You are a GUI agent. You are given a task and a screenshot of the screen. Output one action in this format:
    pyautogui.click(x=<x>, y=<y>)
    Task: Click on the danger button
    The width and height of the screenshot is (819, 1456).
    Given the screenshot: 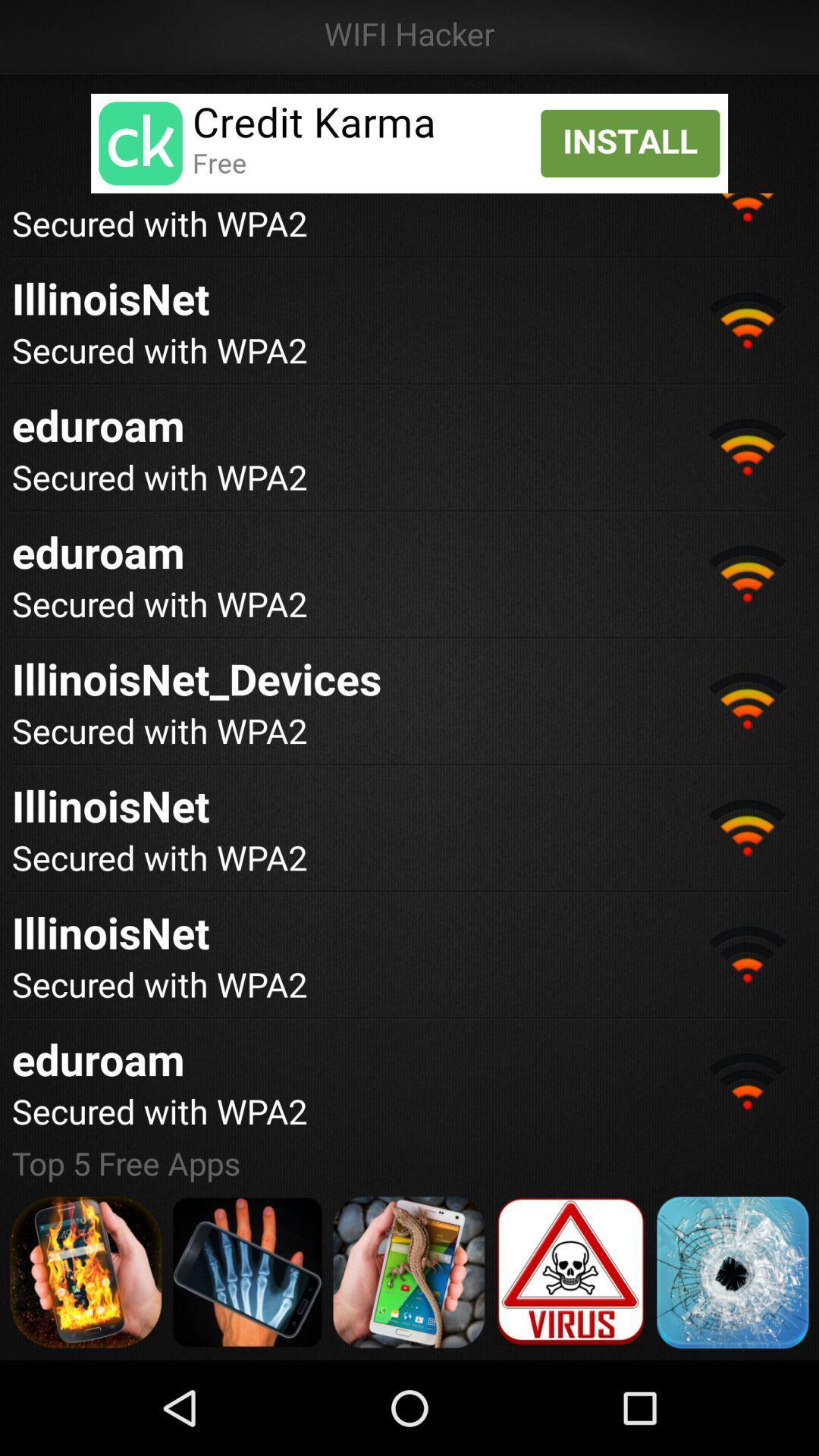 What is the action you would take?
    pyautogui.click(x=570, y=1272)
    